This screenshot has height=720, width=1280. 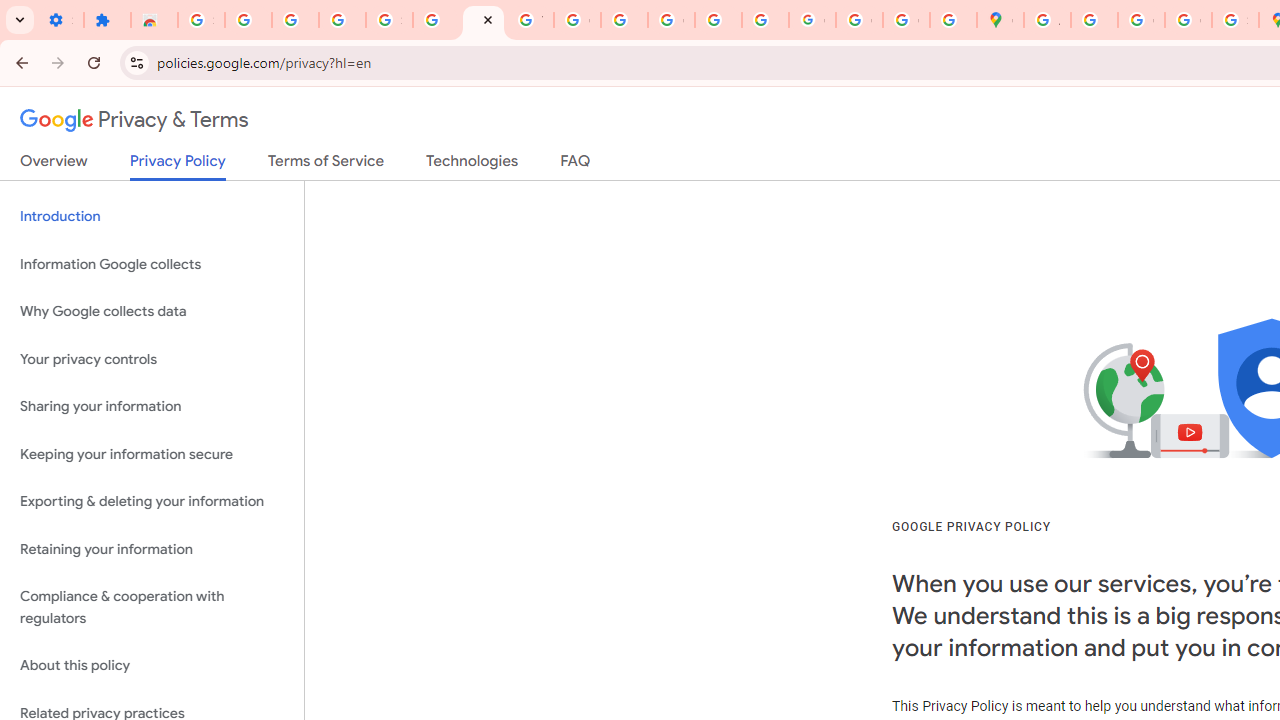 I want to click on 'Safety in Our Products - Google Safety Center', so click(x=1234, y=20).